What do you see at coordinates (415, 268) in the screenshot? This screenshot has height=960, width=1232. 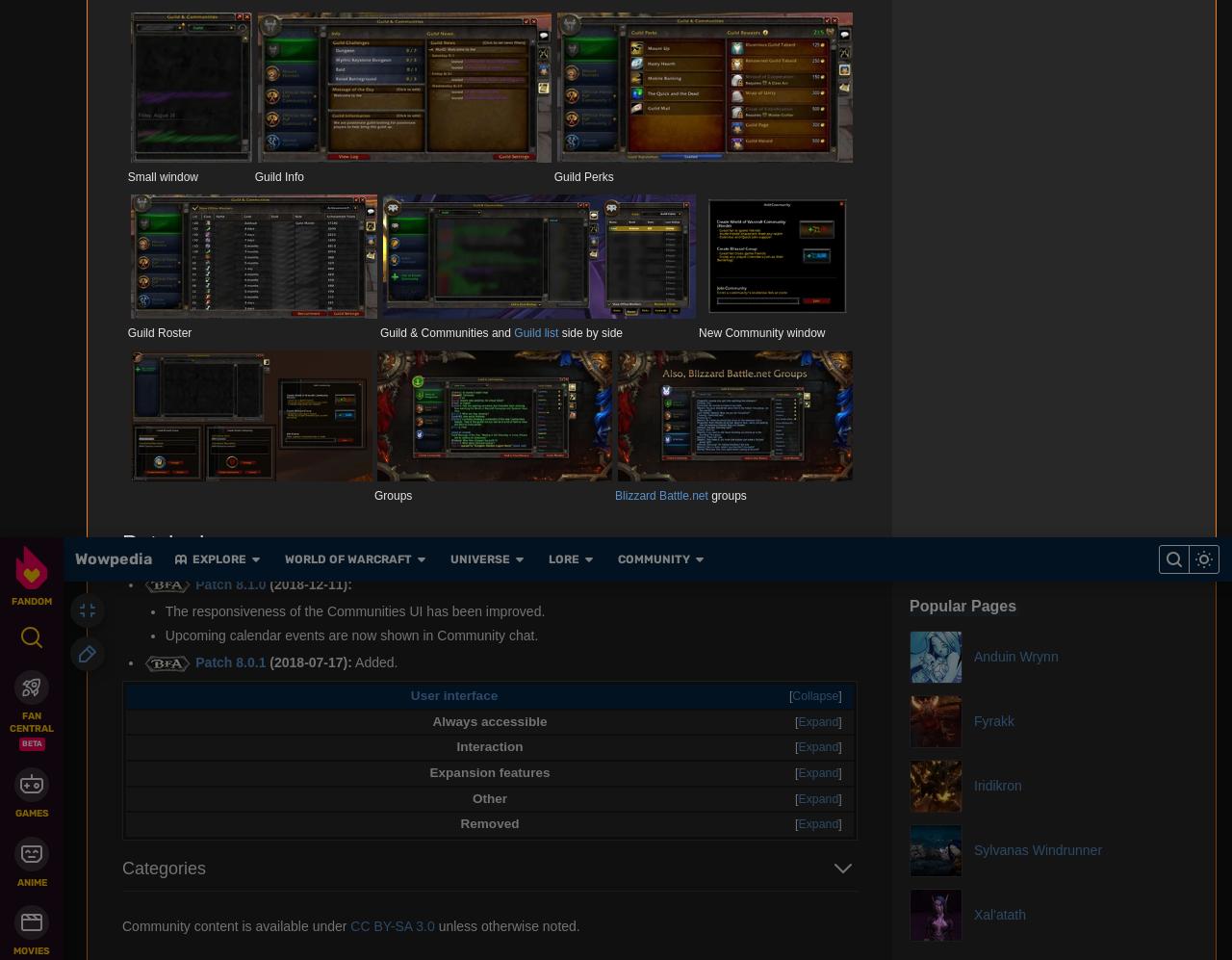 I see `'Local Sitemap'` at bounding box center [415, 268].